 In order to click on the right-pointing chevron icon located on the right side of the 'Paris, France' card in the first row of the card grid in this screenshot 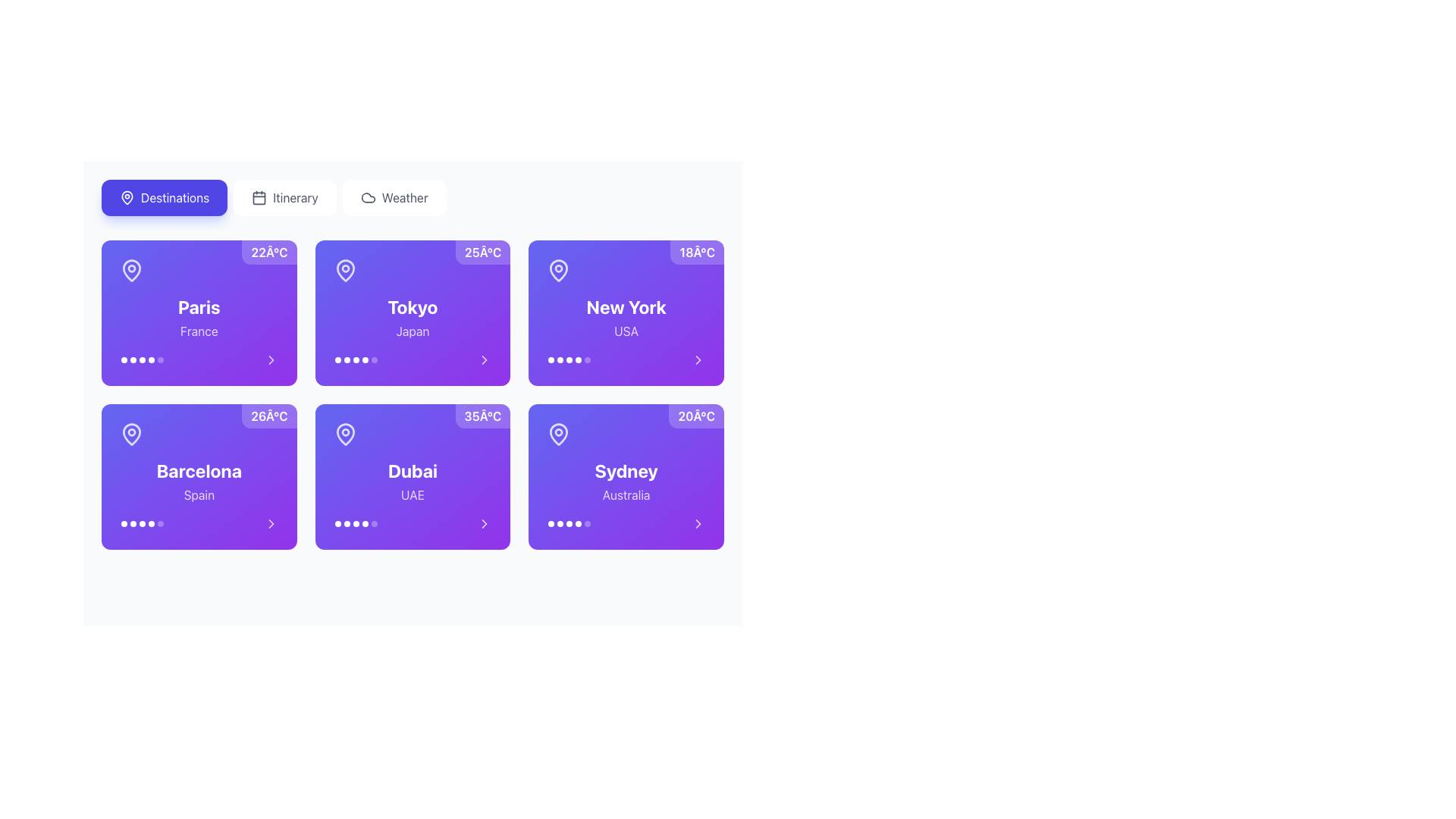, I will do `click(271, 359)`.